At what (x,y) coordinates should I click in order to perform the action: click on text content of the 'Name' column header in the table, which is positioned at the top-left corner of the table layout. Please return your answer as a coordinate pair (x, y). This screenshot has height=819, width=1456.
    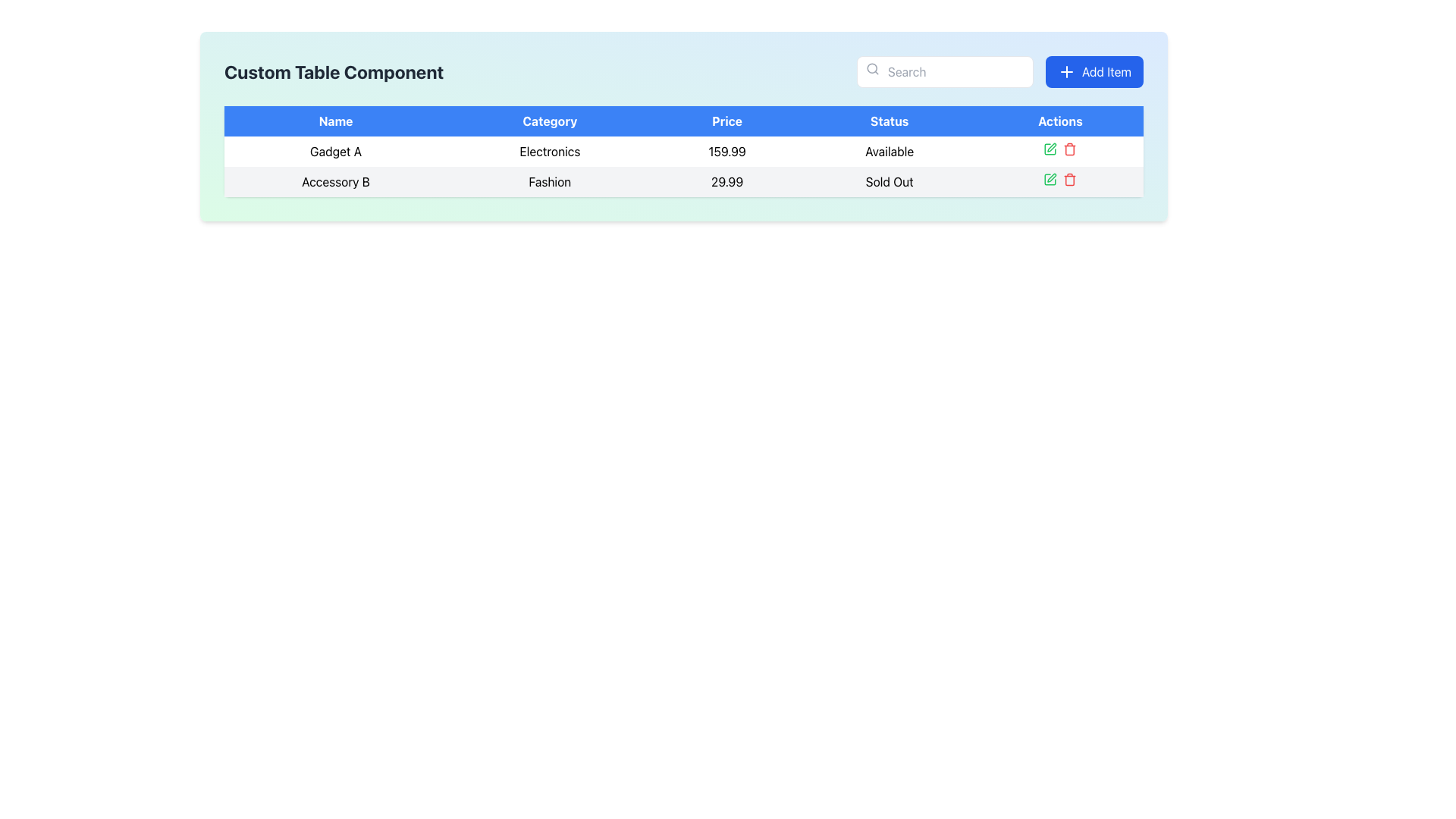
    Looking at the image, I should click on (335, 120).